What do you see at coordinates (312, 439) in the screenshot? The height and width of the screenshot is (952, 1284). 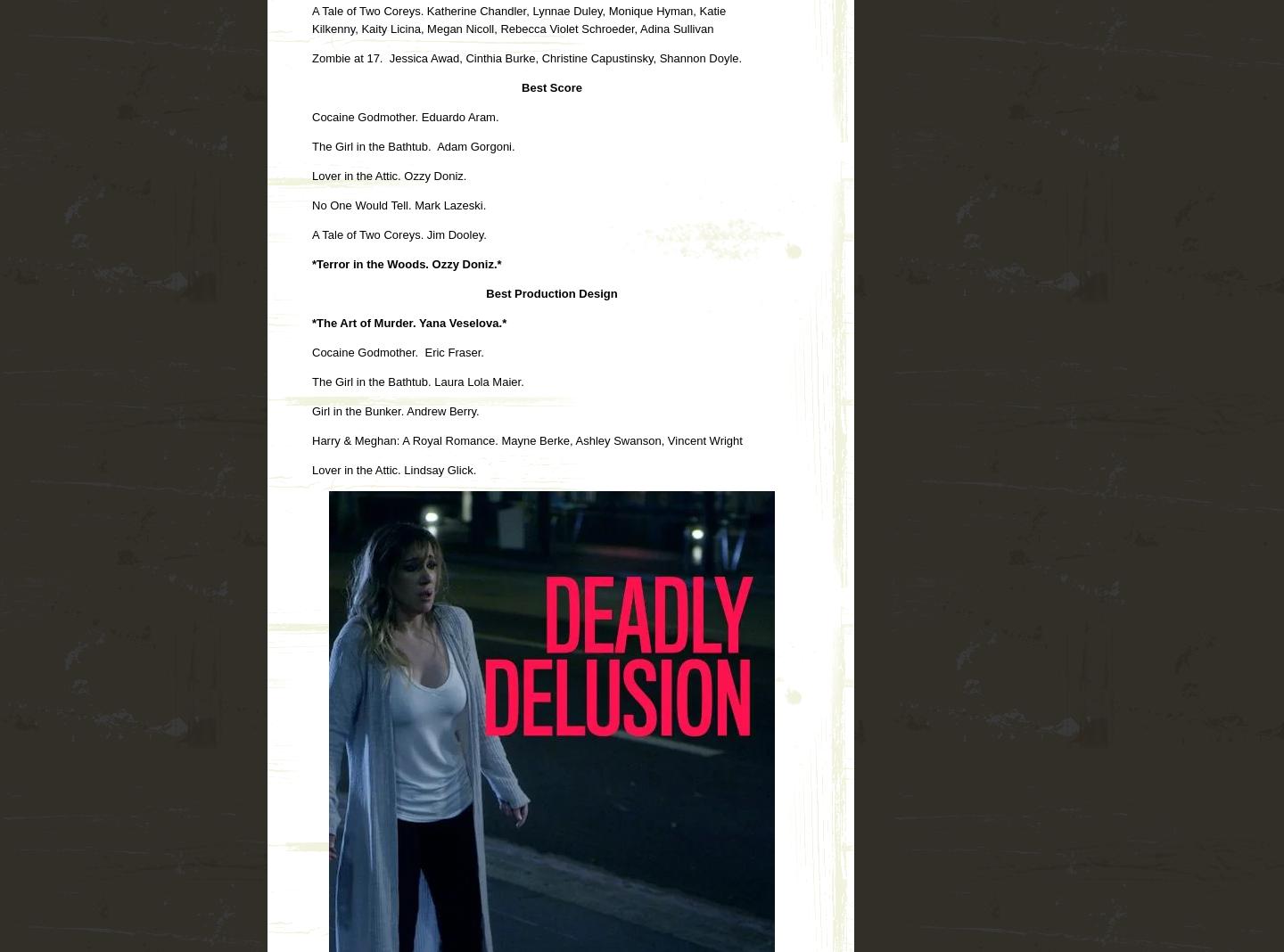 I see `'Harry & Meghan: A Royal Romance. Mayne Berke, Ashley Swanson, Vincent Wright'` at bounding box center [312, 439].